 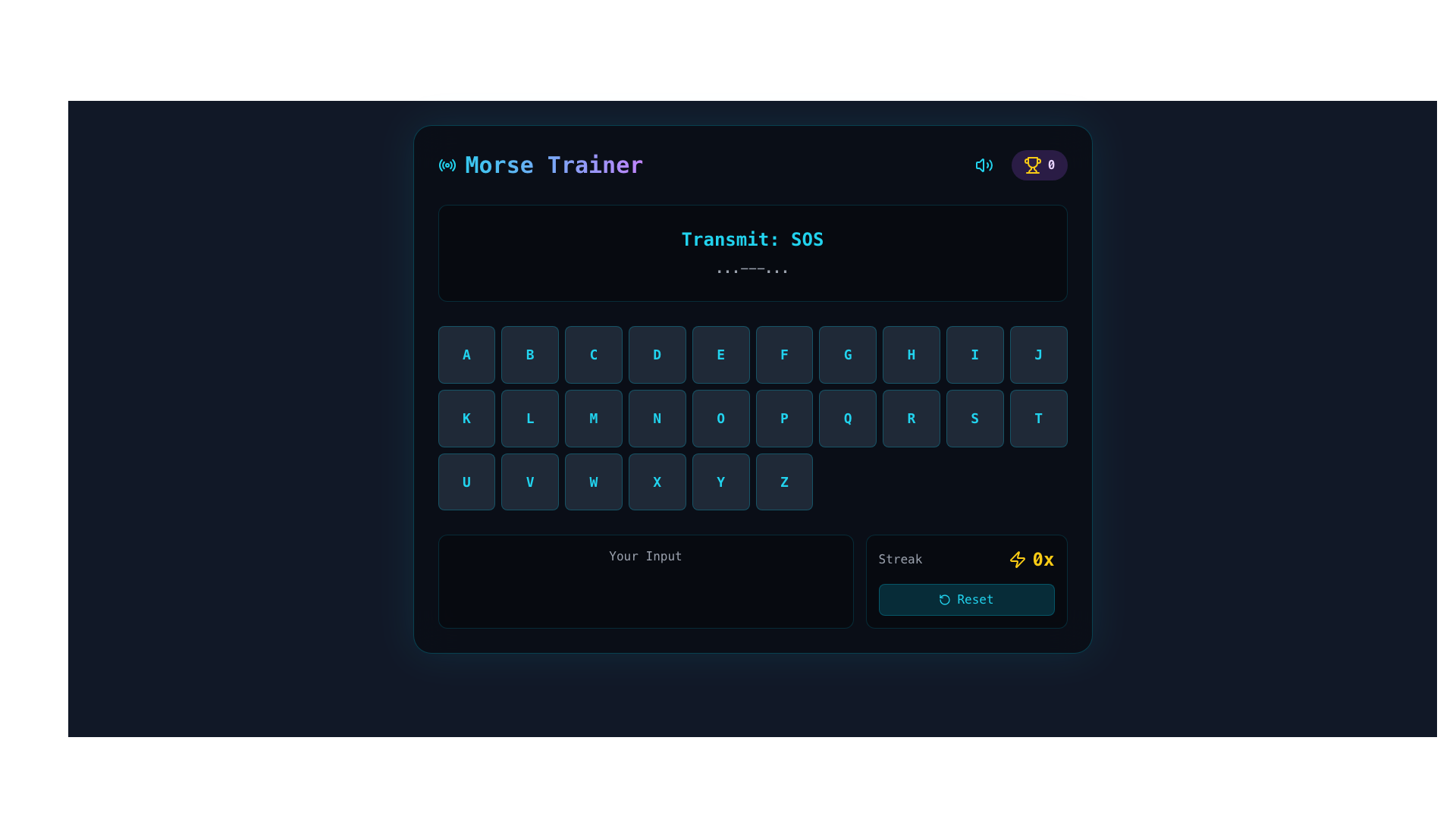 What do you see at coordinates (466, 482) in the screenshot?
I see `the rectangular button with a cyan letter 'U' centered against a dark background, located in the first column of the fifth row of a grid layout, to input the letter U` at bounding box center [466, 482].